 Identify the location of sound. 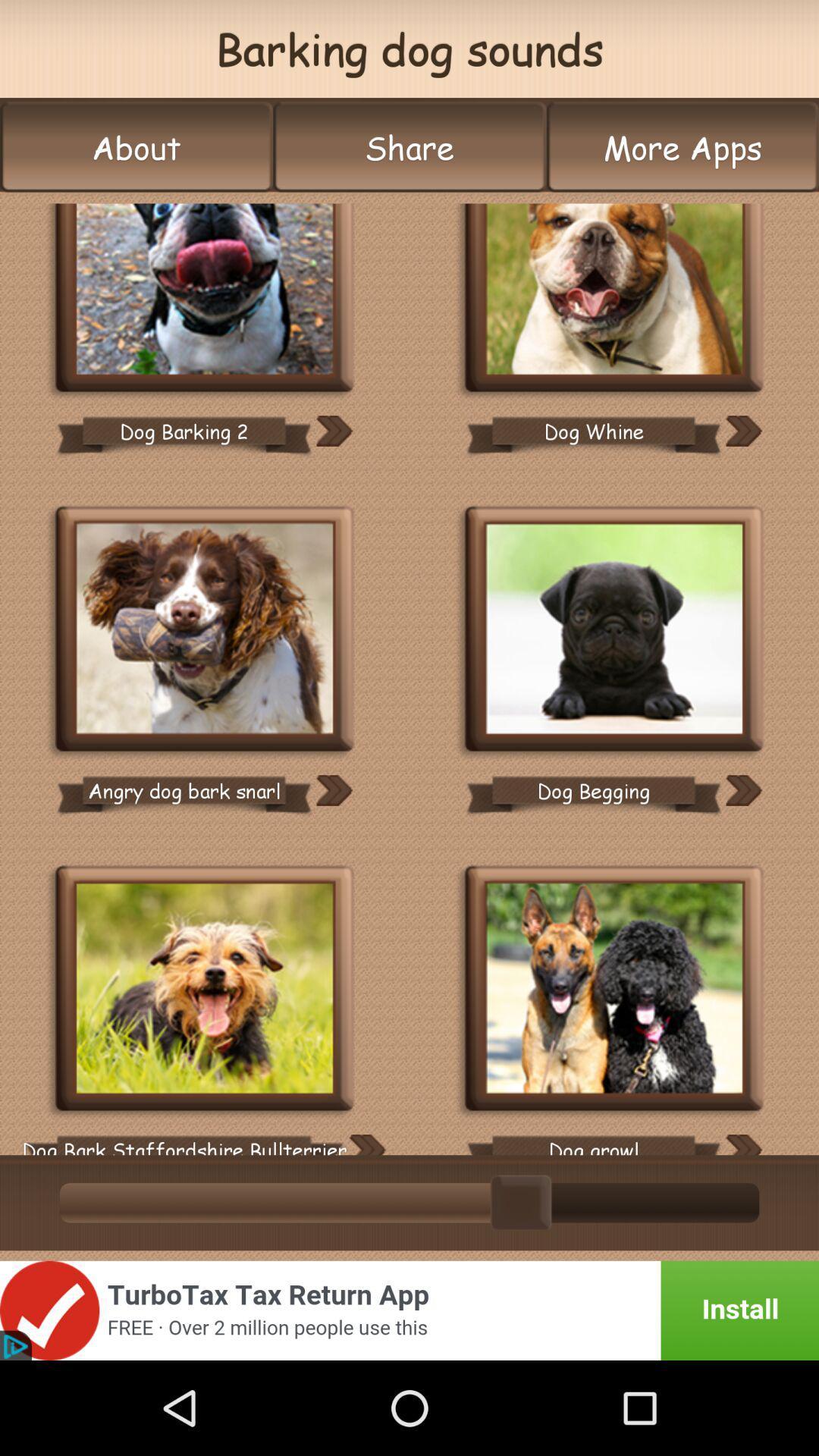
(742, 430).